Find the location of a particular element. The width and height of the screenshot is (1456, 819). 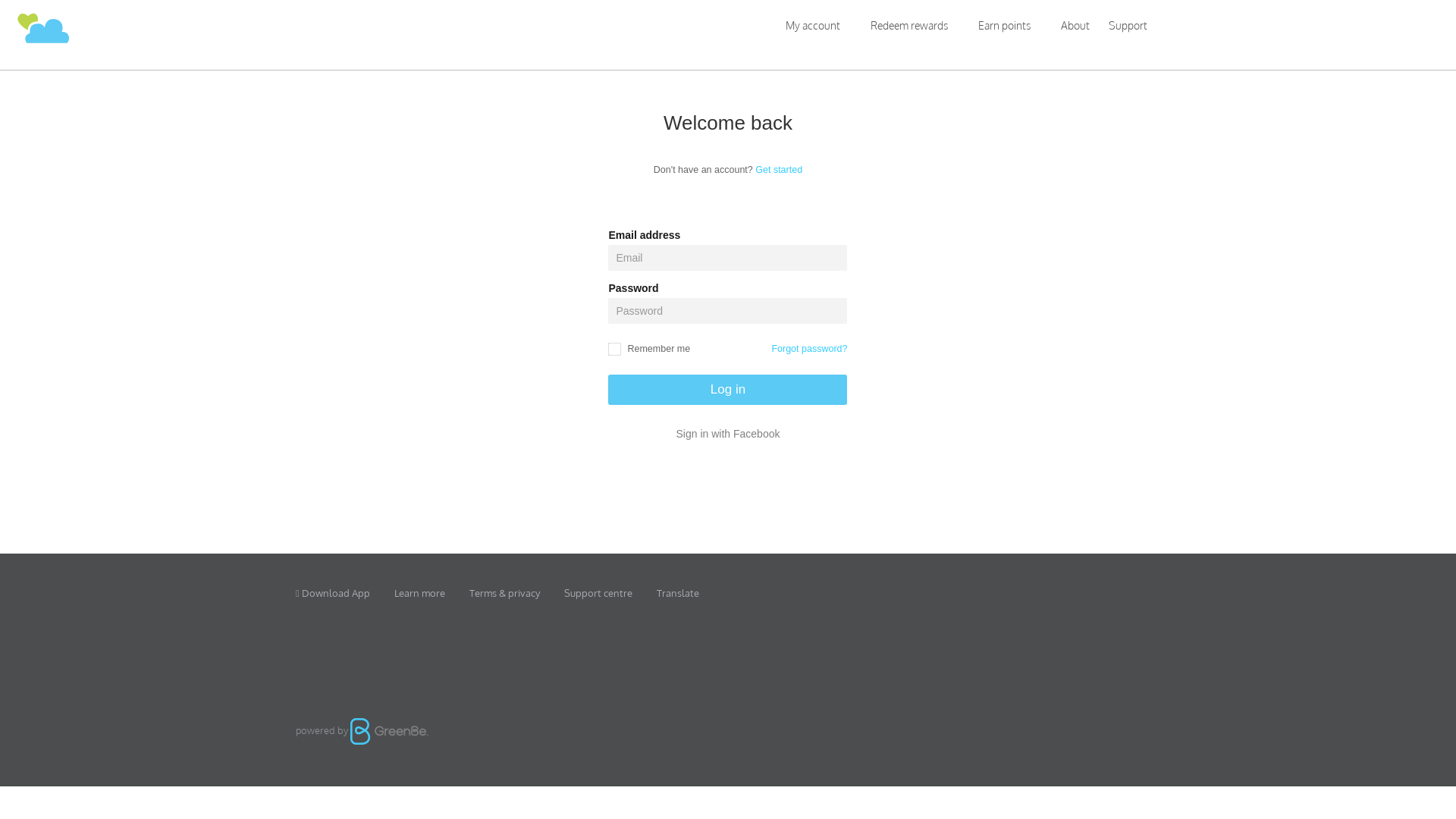

'Earn points' is located at coordinates (1004, 25).